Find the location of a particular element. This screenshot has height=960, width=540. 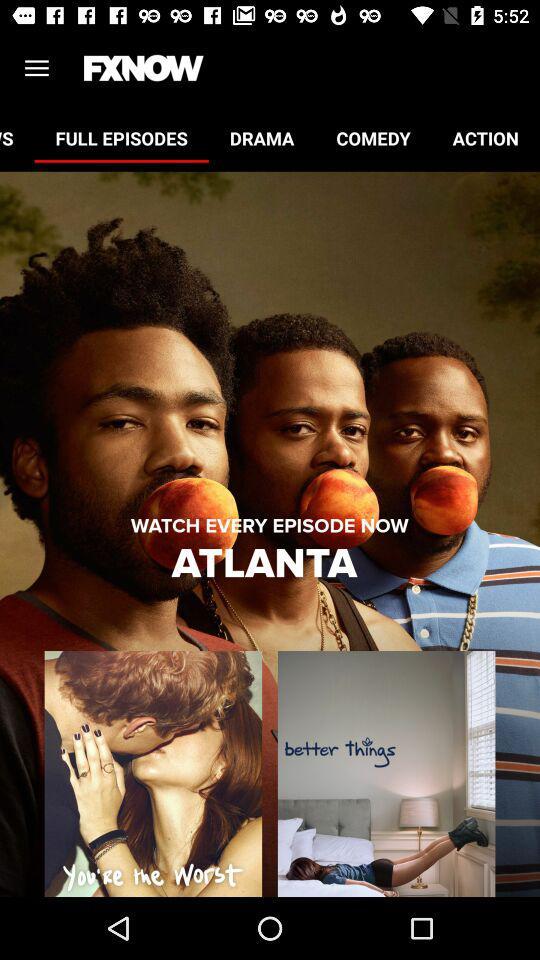

atlanta is located at coordinates (269, 564).